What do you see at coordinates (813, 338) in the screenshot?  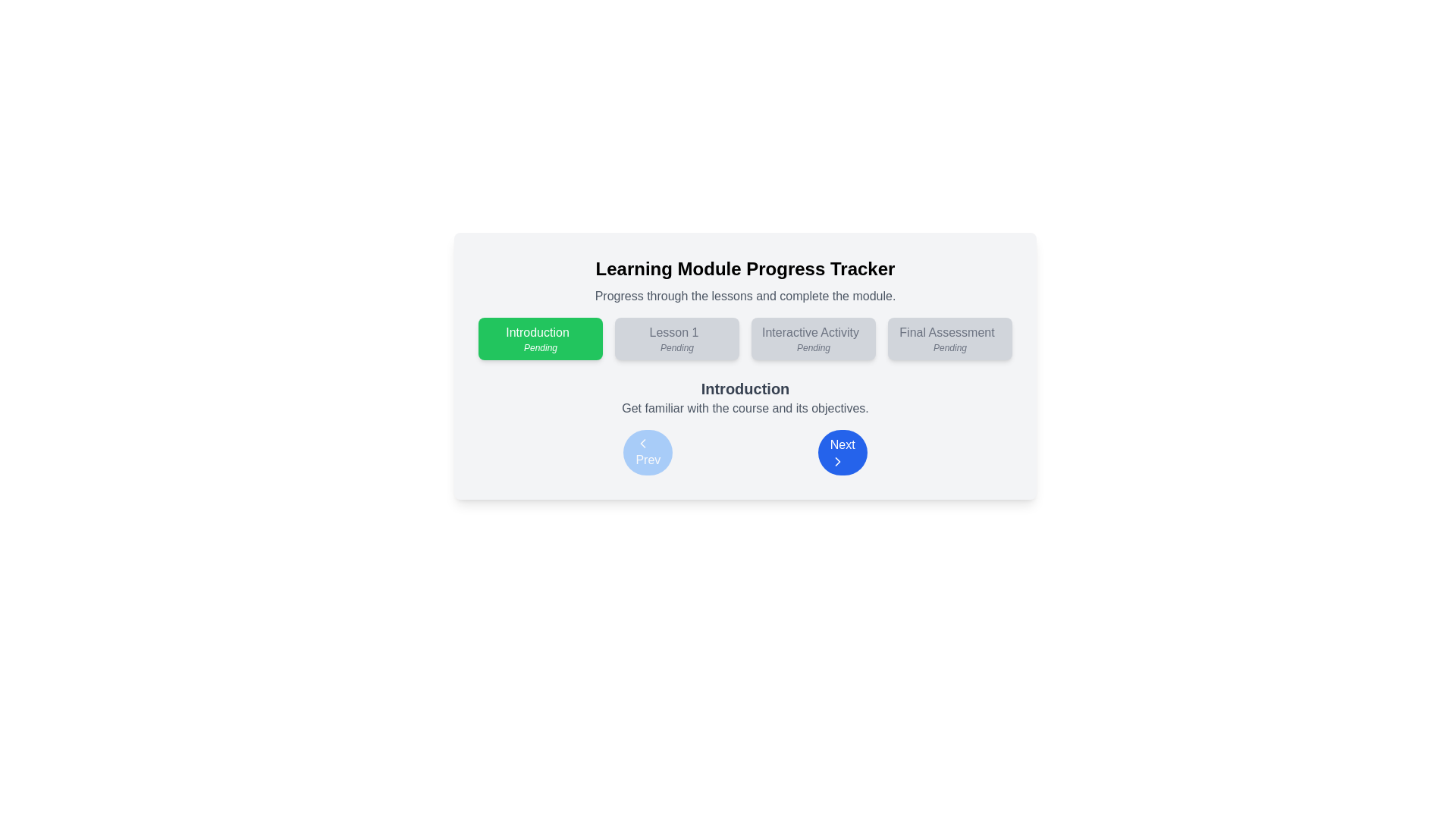 I see `the third button in the progress tracker grid` at bounding box center [813, 338].